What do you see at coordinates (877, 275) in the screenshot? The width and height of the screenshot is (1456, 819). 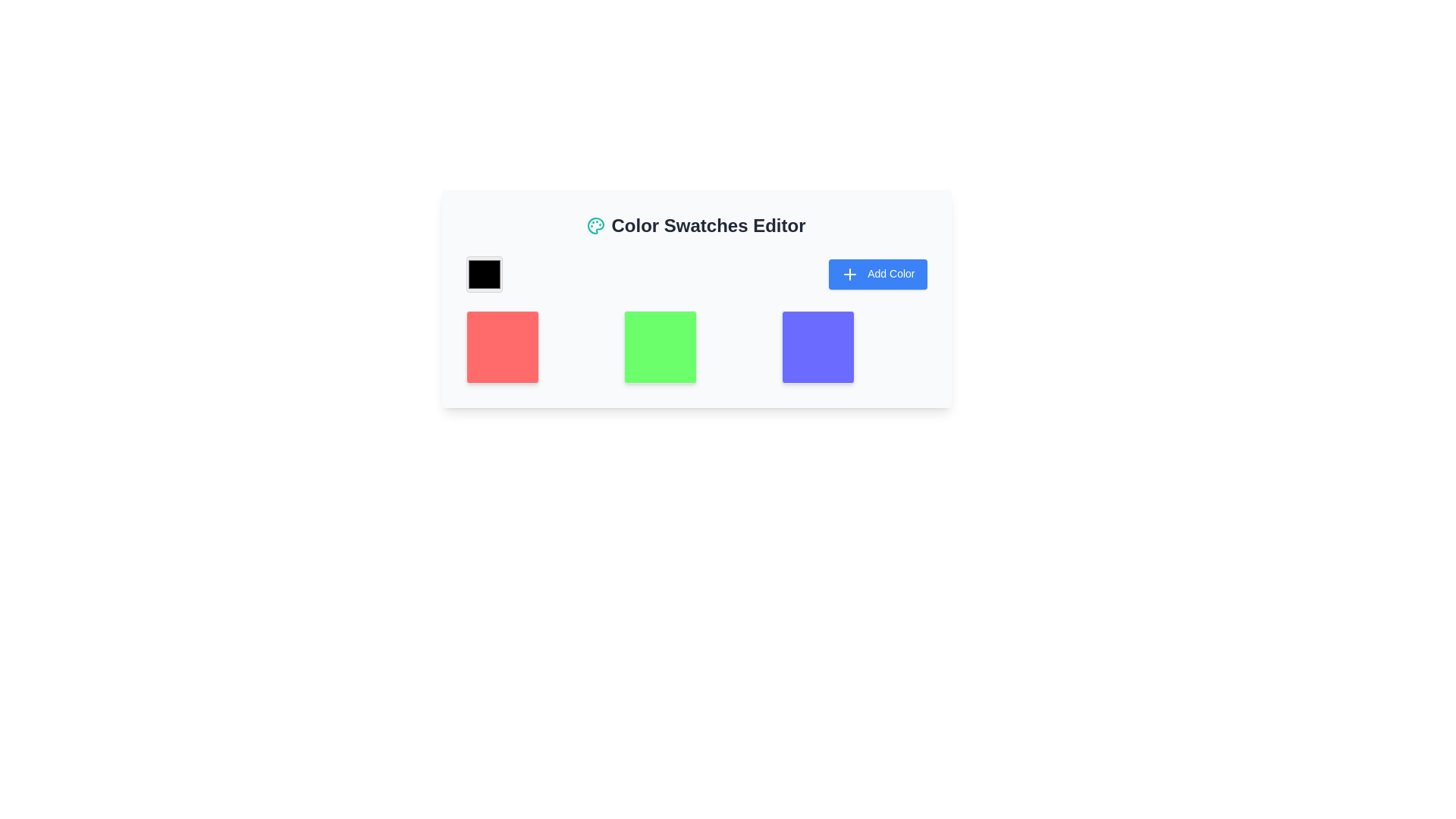 I see `the button that allows the user to add a new color, located in the top-right region of the interface, to observe a style change` at bounding box center [877, 275].